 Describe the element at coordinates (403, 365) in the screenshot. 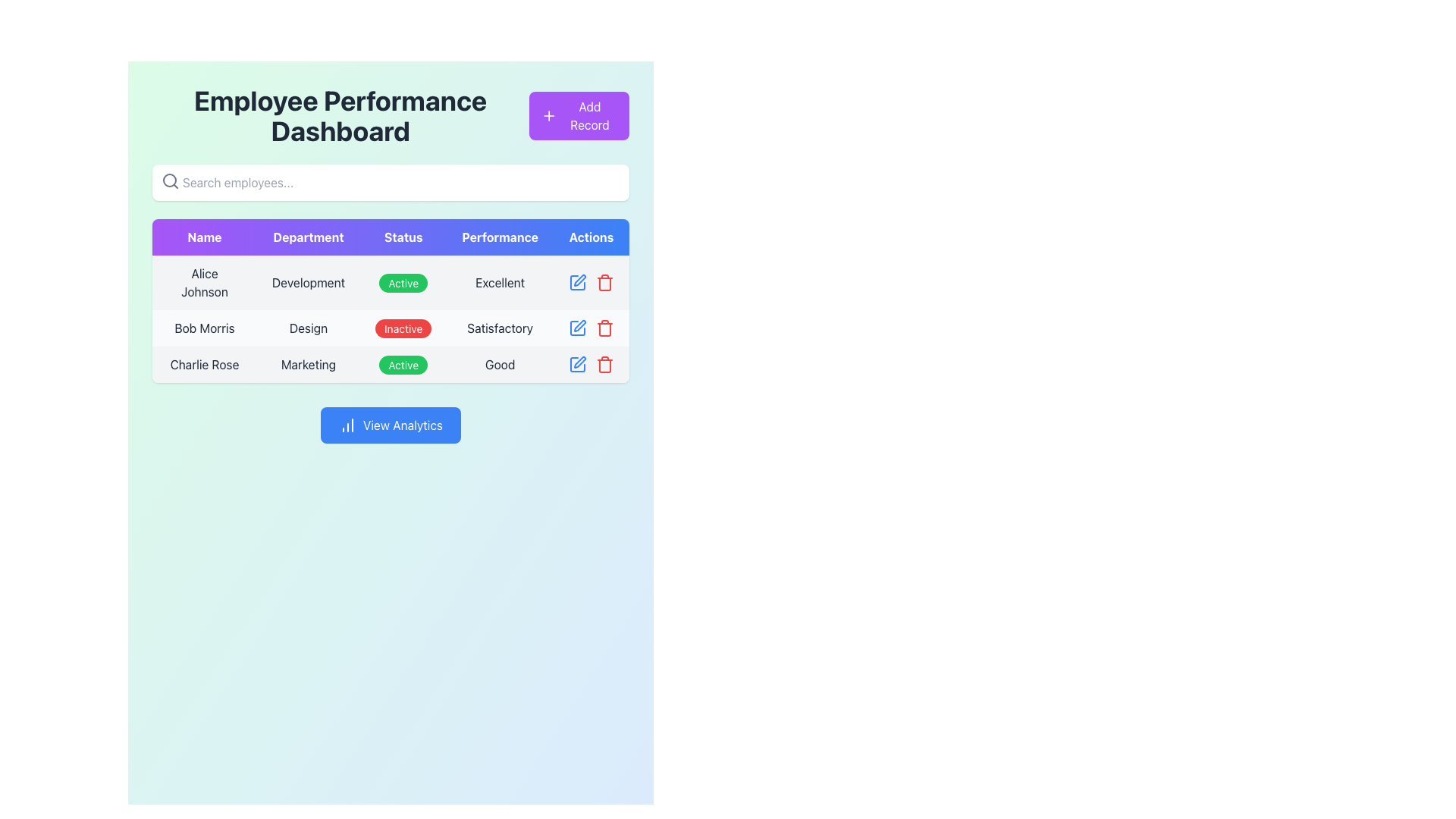

I see `the 'Active' status label styled as a badge, which is located in the 'Status' column of the row for 'Charlie Rose' in the table, indicating the 'Active' state with a green background and white text` at that location.